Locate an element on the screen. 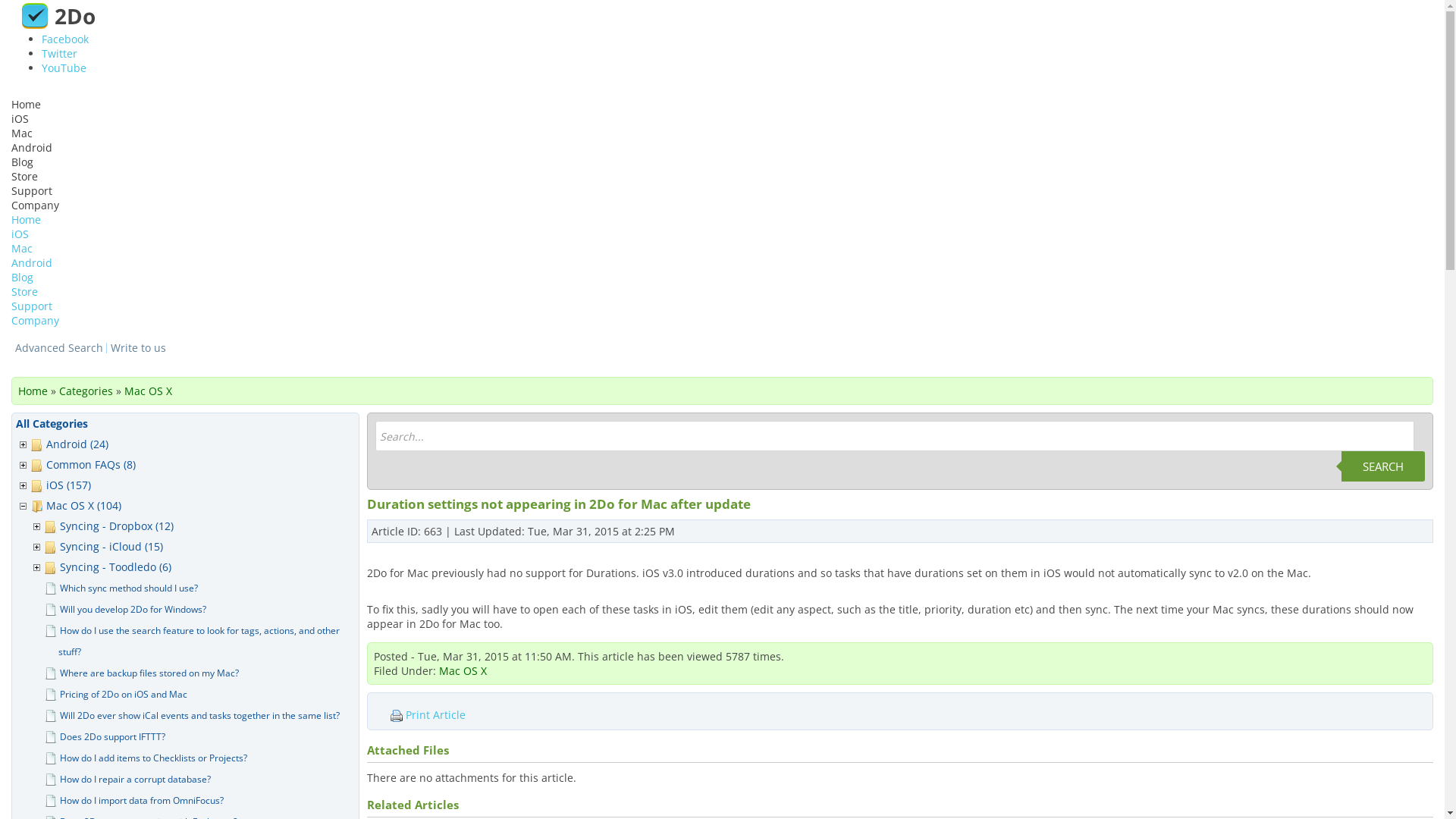  'Twitter' is located at coordinates (59, 52).